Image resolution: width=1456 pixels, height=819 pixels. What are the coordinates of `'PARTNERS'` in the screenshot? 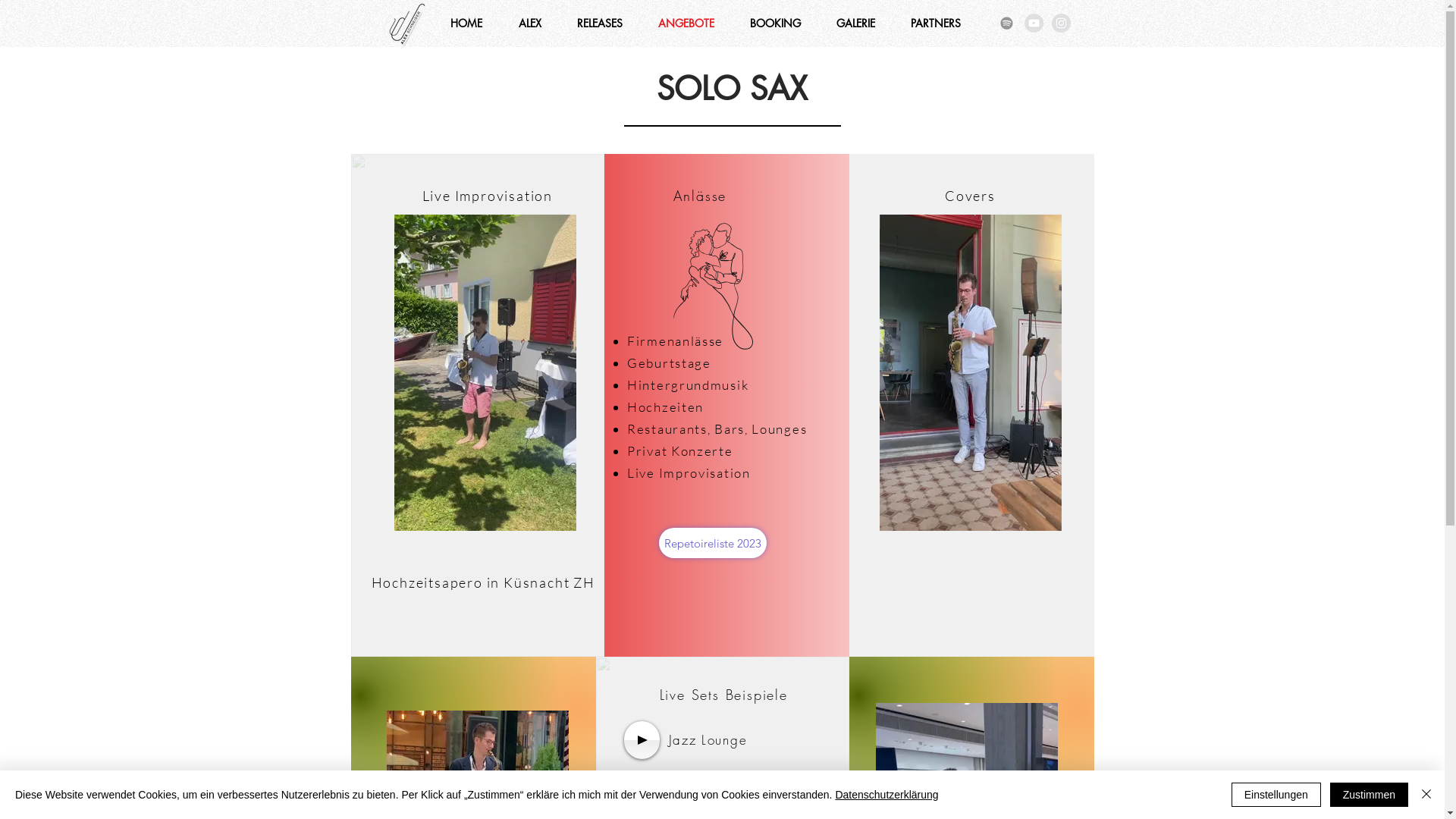 It's located at (935, 23).